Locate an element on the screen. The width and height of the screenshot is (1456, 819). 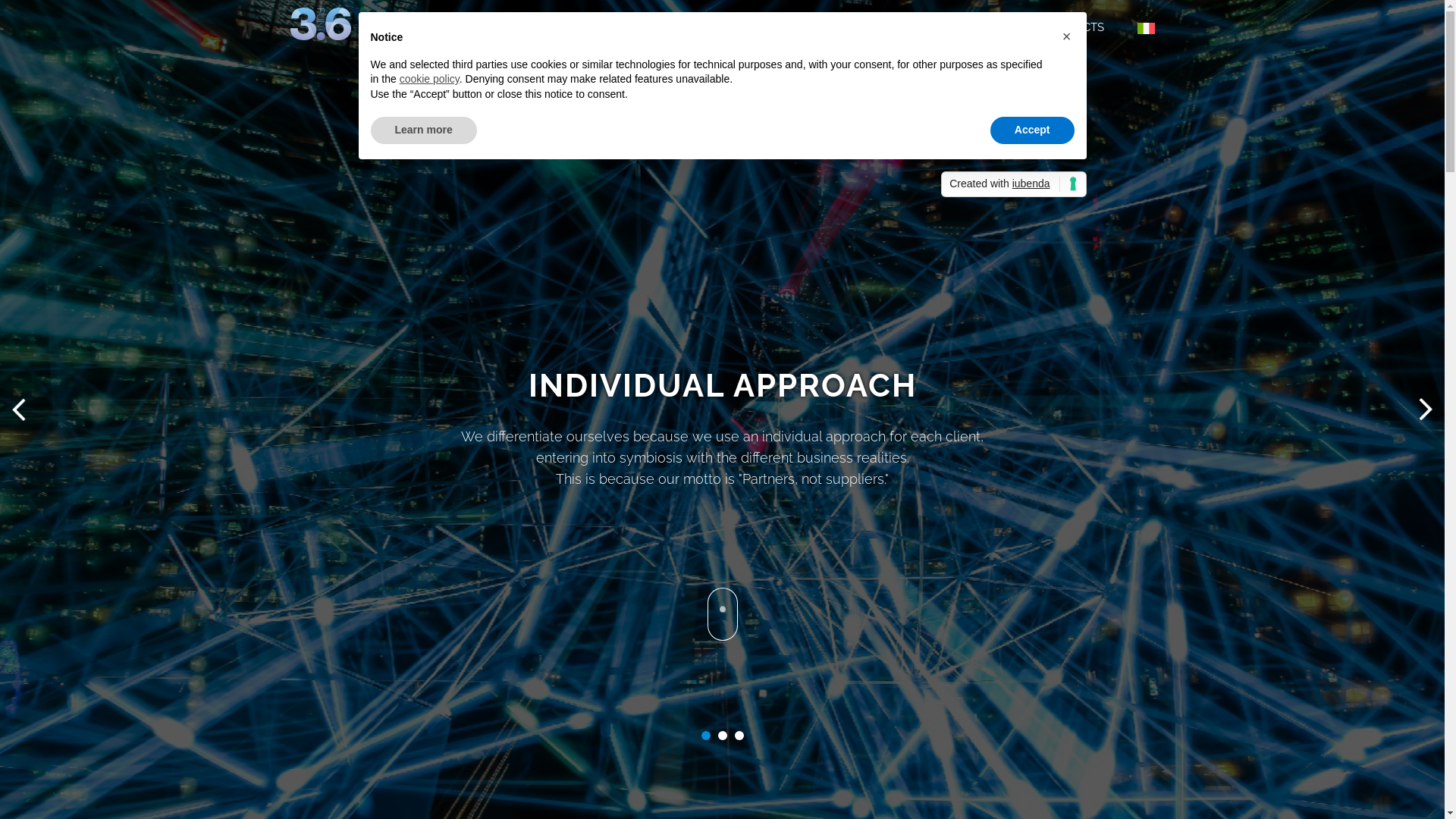
'CONTACTS' is located at coordinates (1073, 27).